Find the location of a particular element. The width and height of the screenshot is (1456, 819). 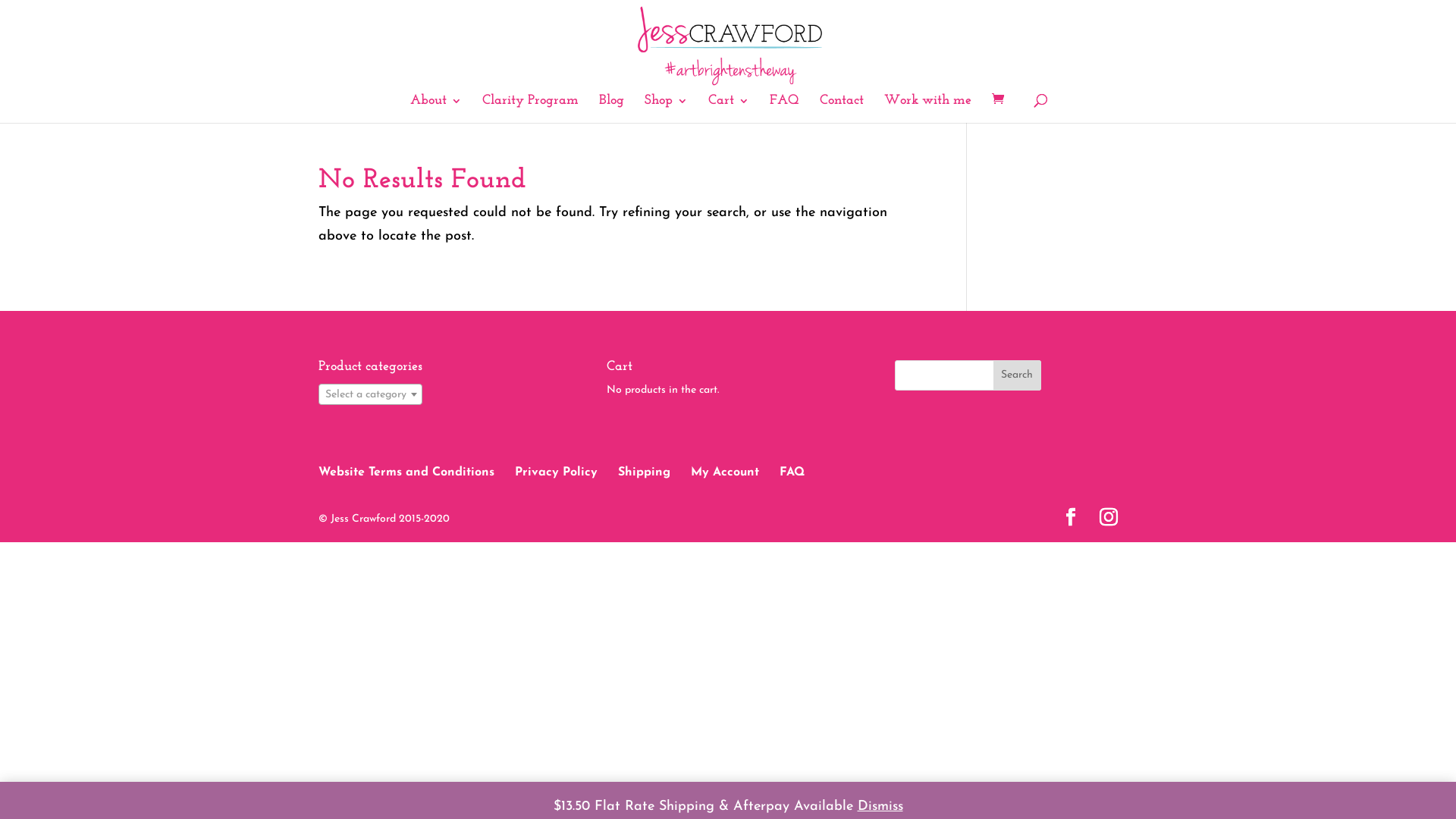

'Shop' is located at coordinates (666, 108).